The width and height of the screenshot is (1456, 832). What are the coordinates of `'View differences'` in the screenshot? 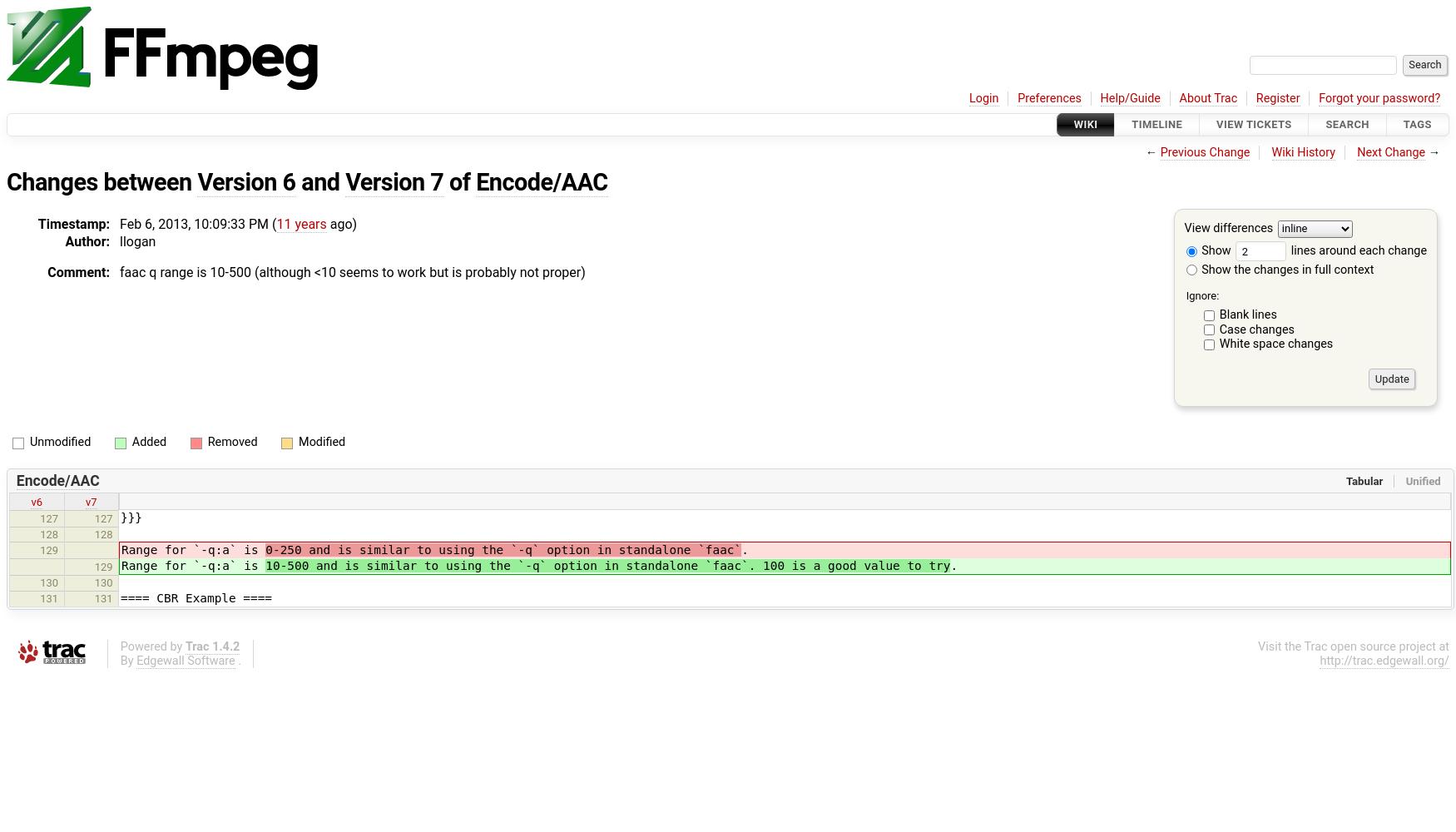 It's located at (1228, 228).